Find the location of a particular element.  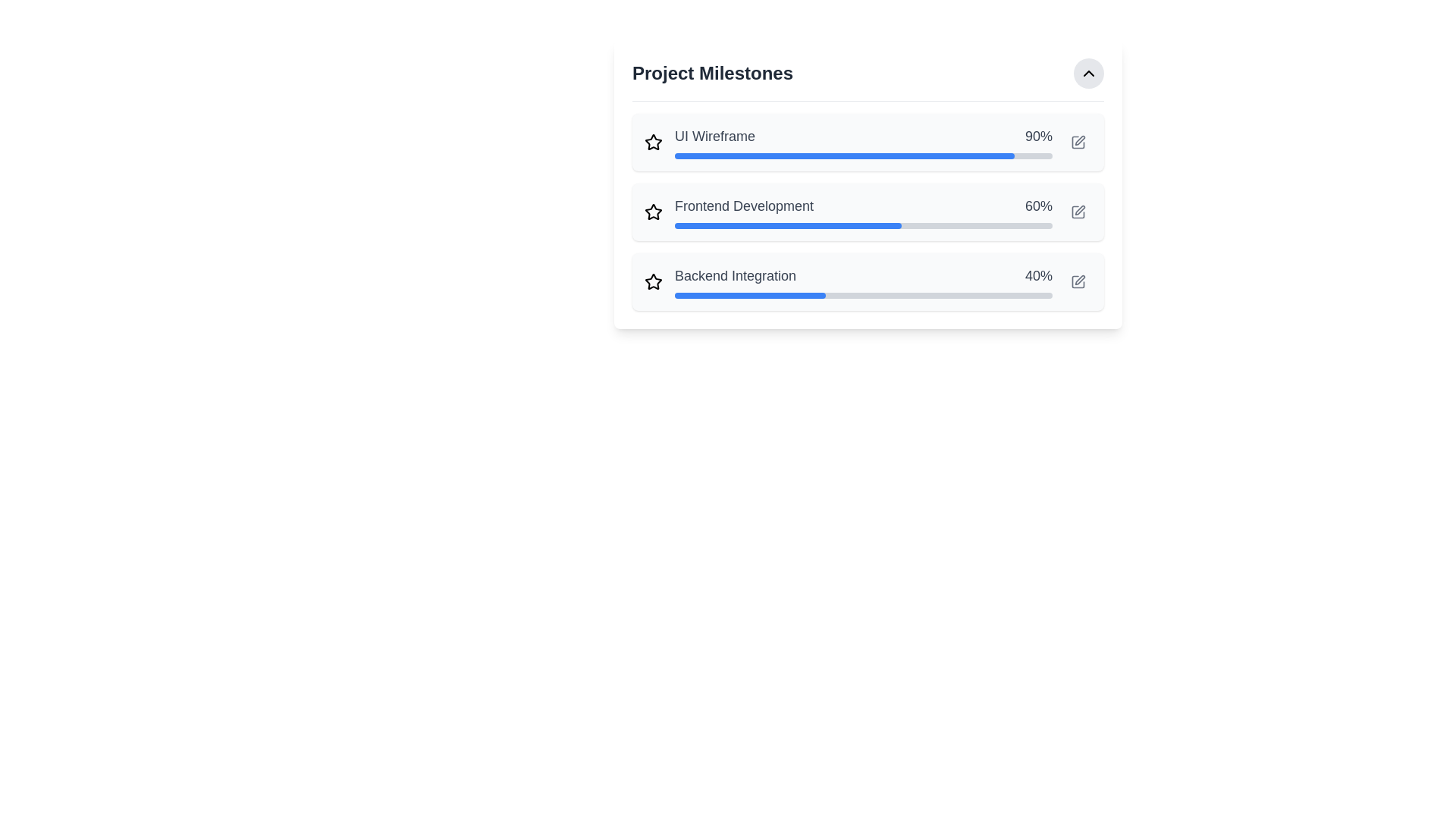

the progress indicator for 'Backend Integration', which is a horizontal bar filled partially with blue color at the bottom of the progress bars is located at coordinates (750, 295).